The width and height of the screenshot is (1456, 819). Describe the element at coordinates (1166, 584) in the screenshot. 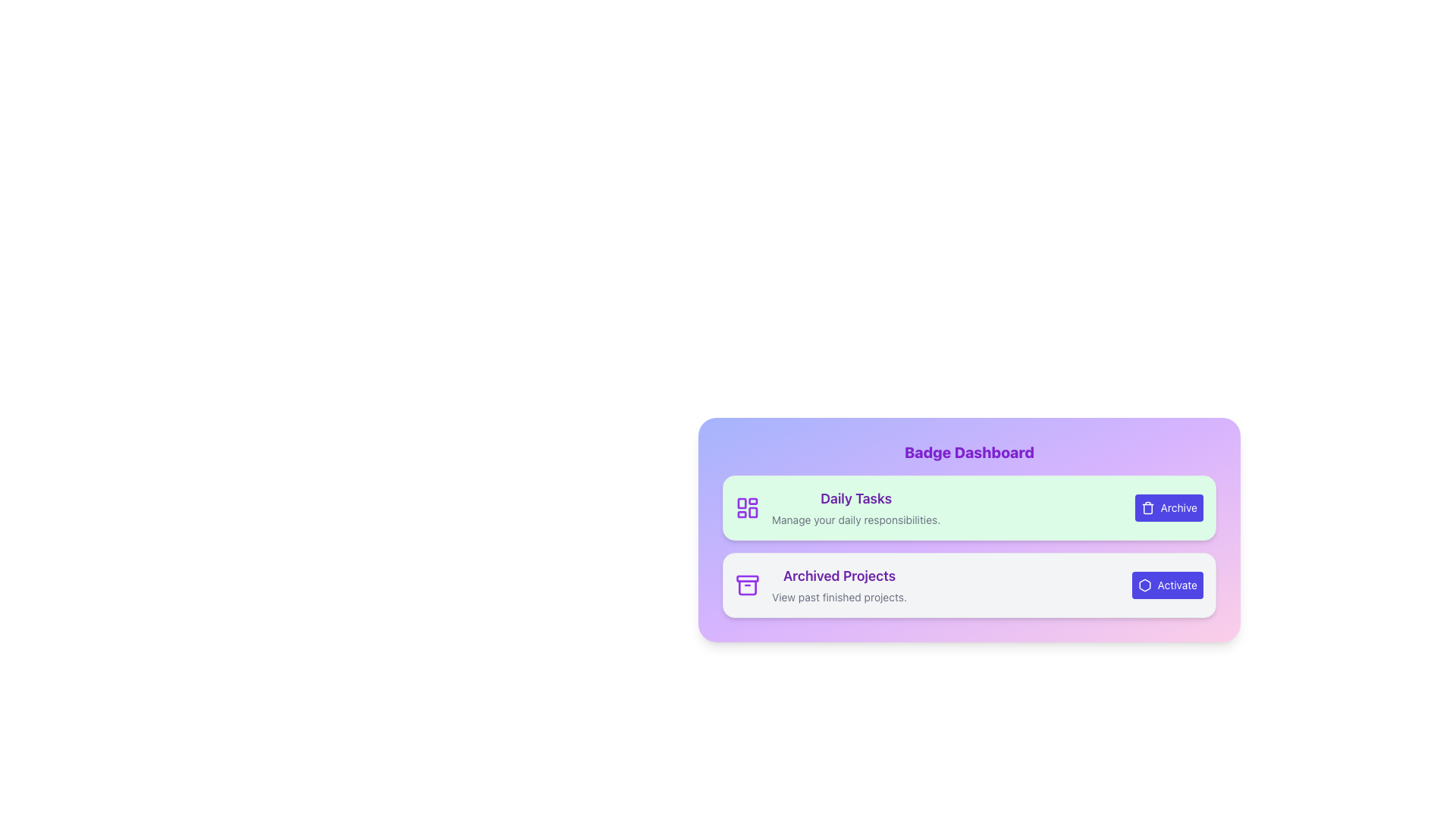

I see `the button located in the bottom-right corner of the 'Archived Projects' card` at that location.